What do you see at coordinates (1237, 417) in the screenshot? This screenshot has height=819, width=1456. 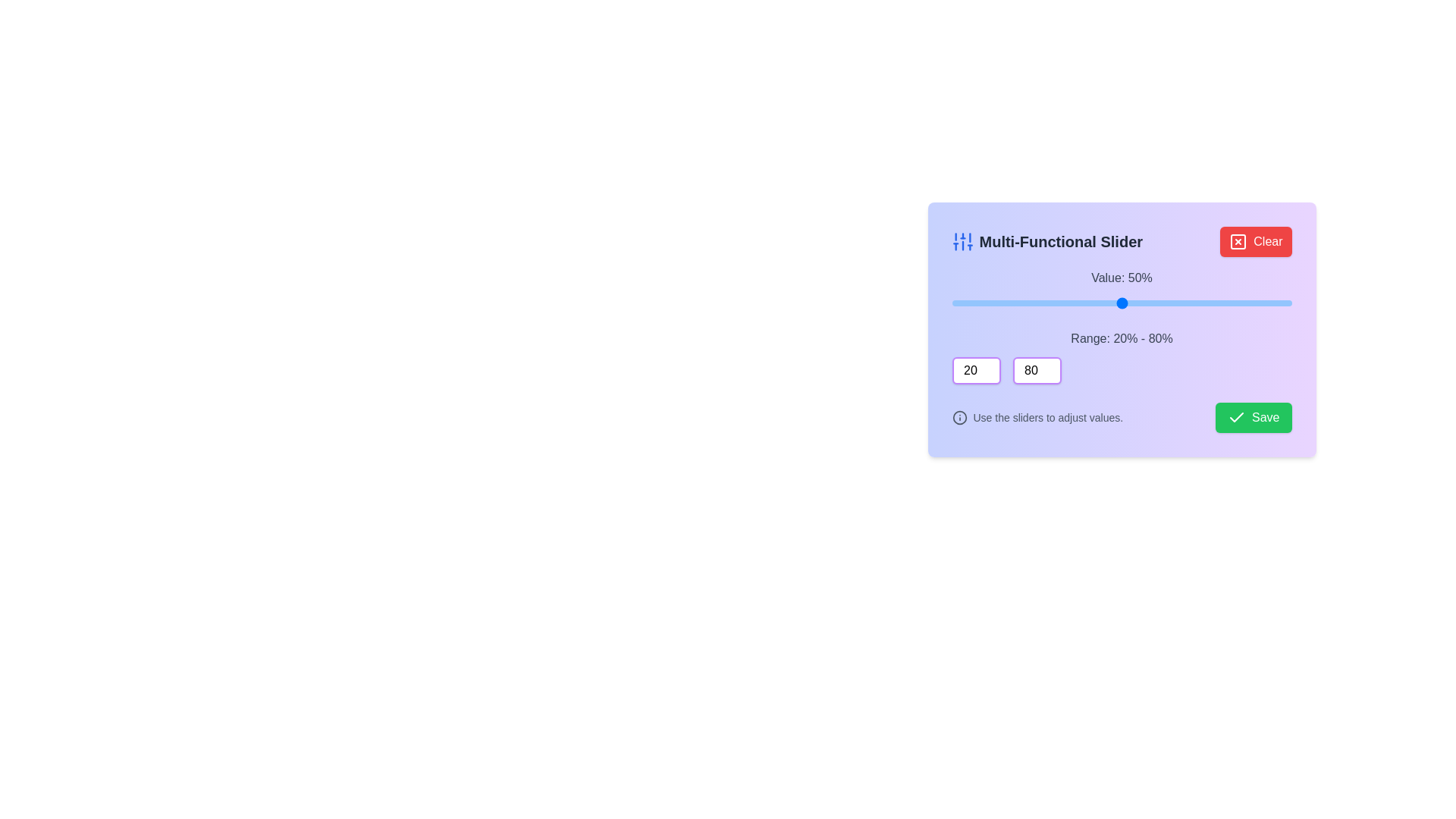 I see `the checkmark icon located inside the green 'Save' button at the bottom-right corner of the interface for visual feedback` at bounding box center [1237, 417].